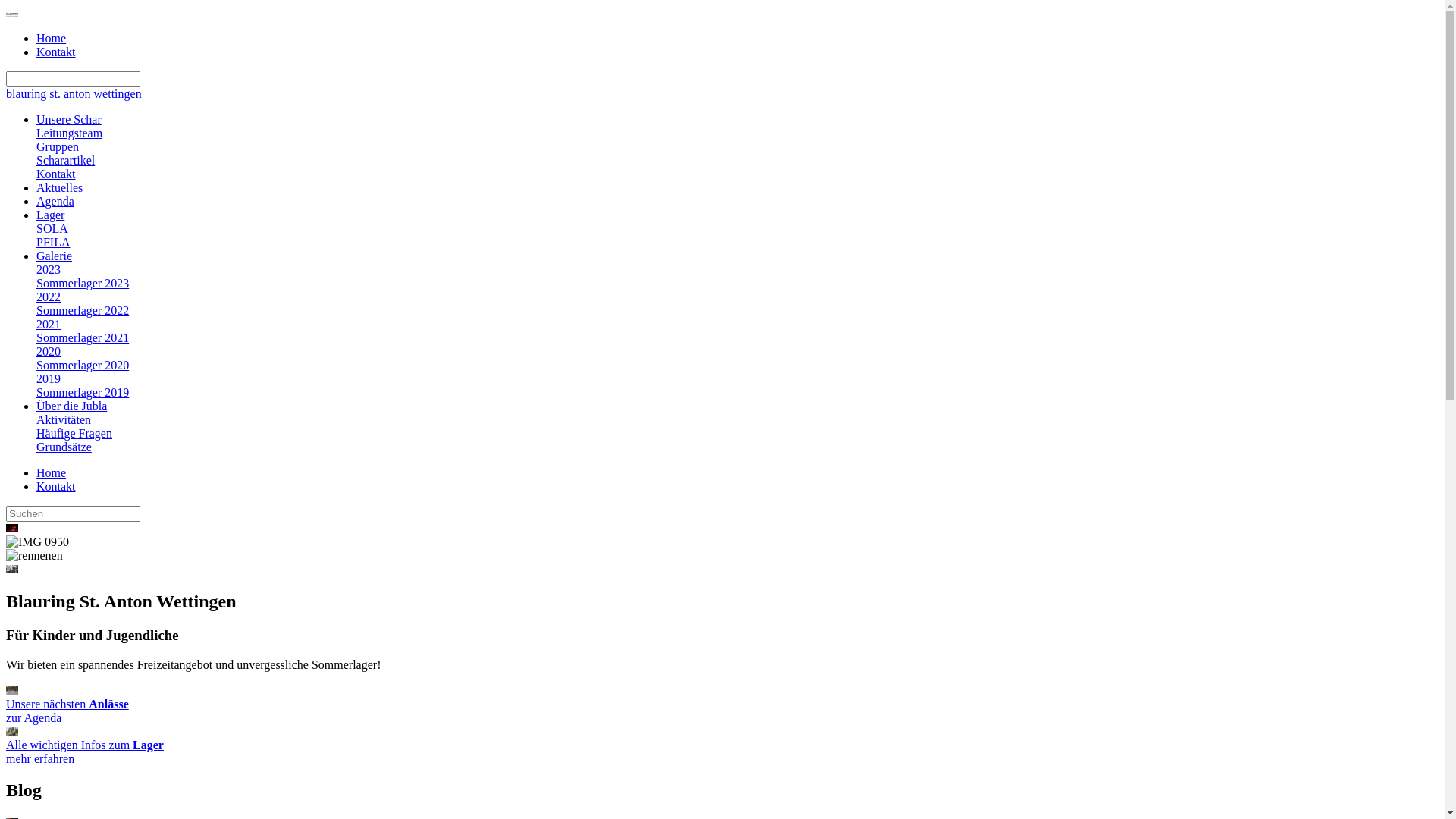  Describe the element at coordinates (36, 297) in the screenshot. I see `'2022'` at that location.